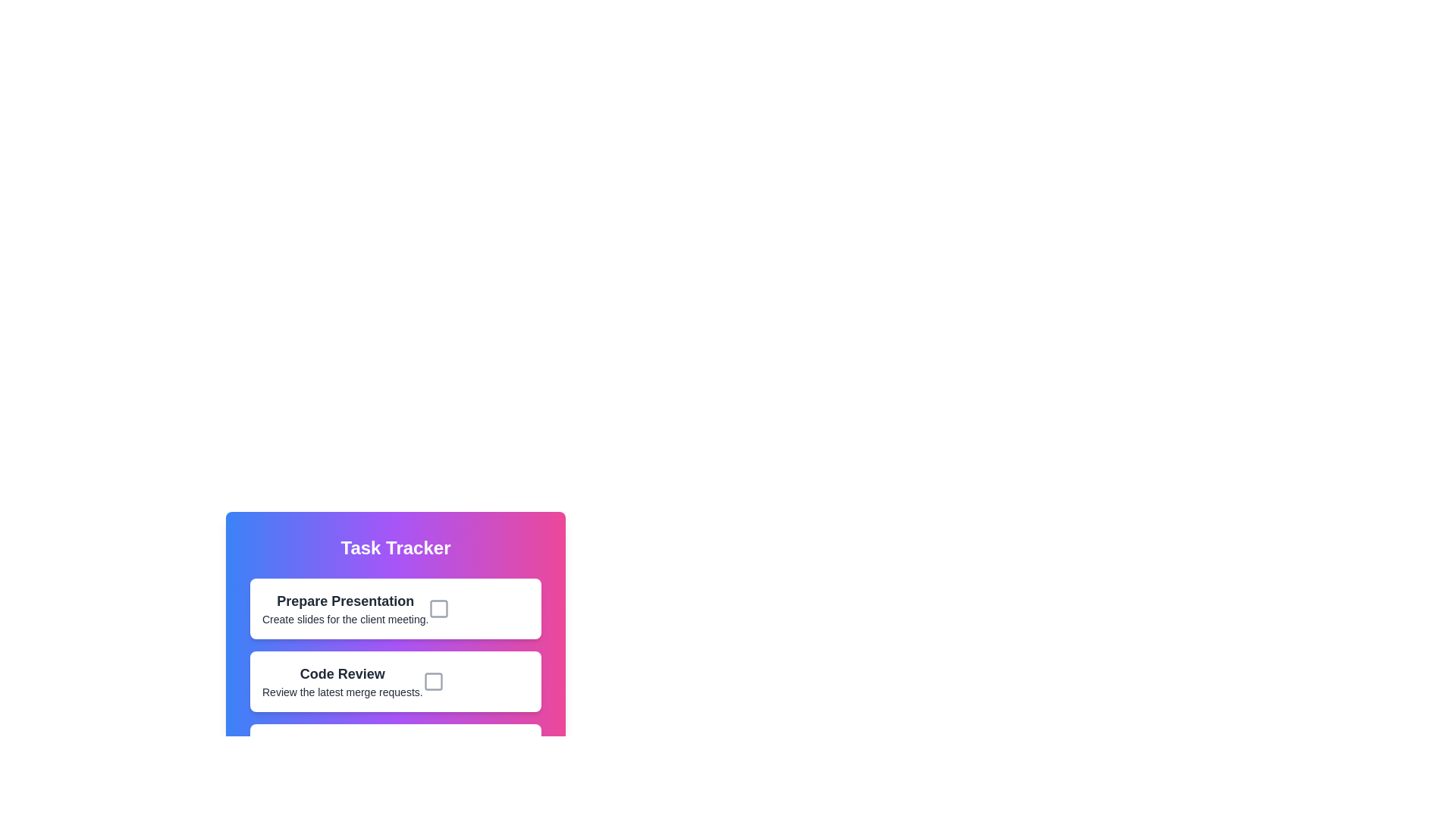 This screenshot has width=1456, height=819. I want to click on the hollow checkbox next to the text 'Prepare Presentation', so click(438, 607).